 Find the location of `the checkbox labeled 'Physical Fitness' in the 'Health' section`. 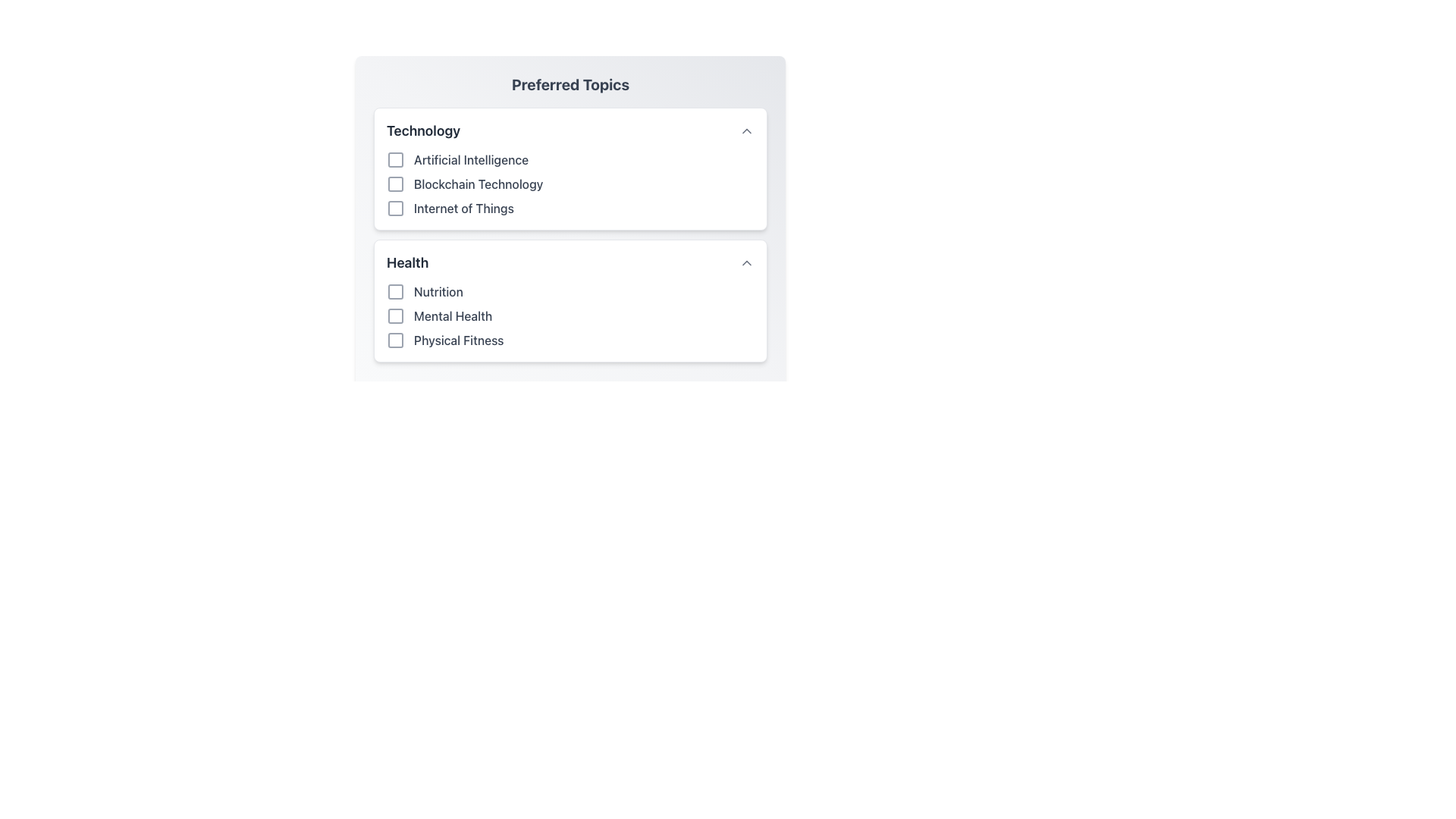

the checkbox labeled 'Physical Fitness' in the 'Health' section is located at coordinates (570, 339).